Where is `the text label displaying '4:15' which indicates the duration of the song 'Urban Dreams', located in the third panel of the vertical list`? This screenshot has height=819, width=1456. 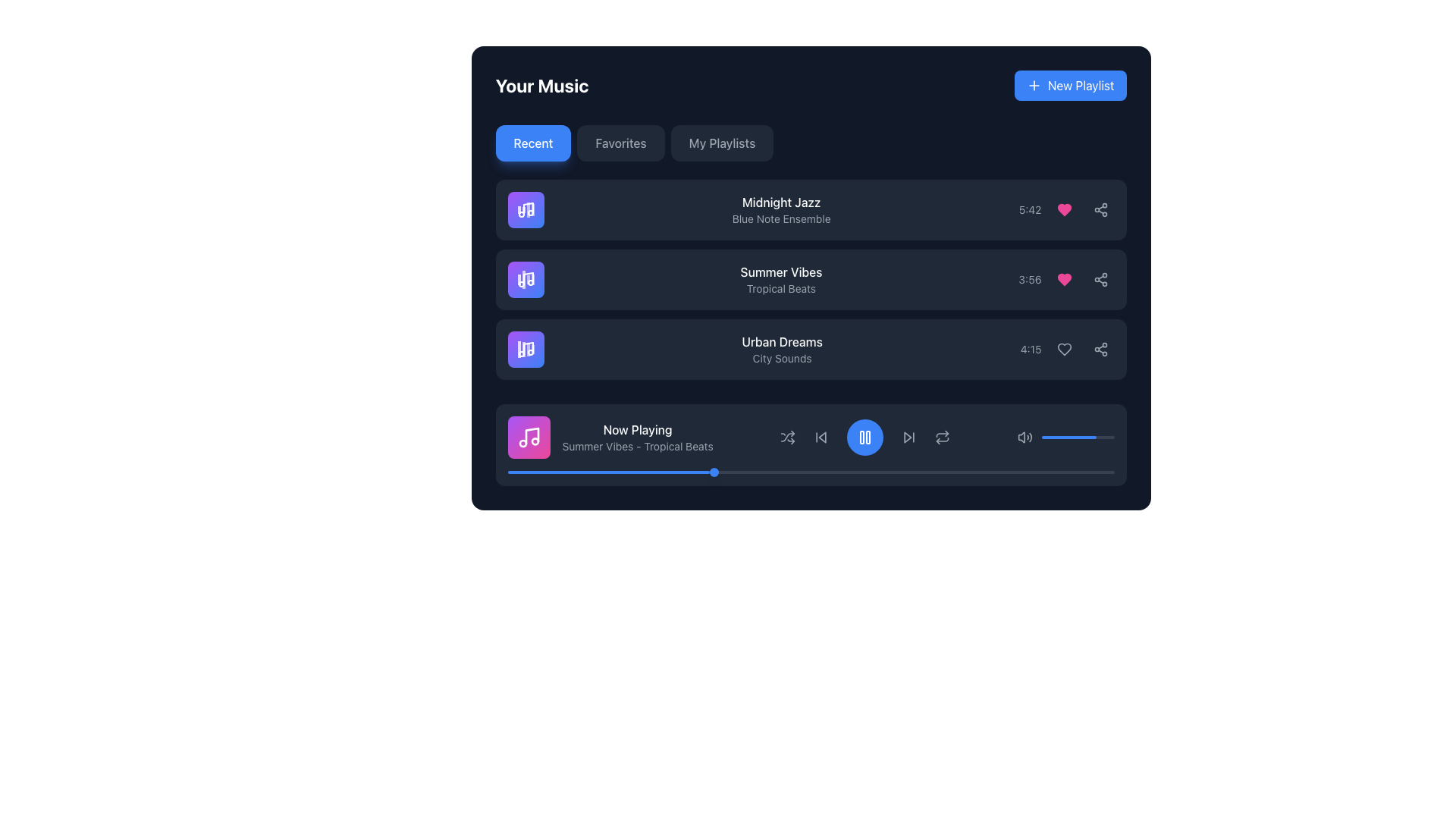
the text label displaying '4:15' which indicates the duration of the song 'Urban Dreams', located in the third panel of the vertical list is located at coordinates (1031, 350).